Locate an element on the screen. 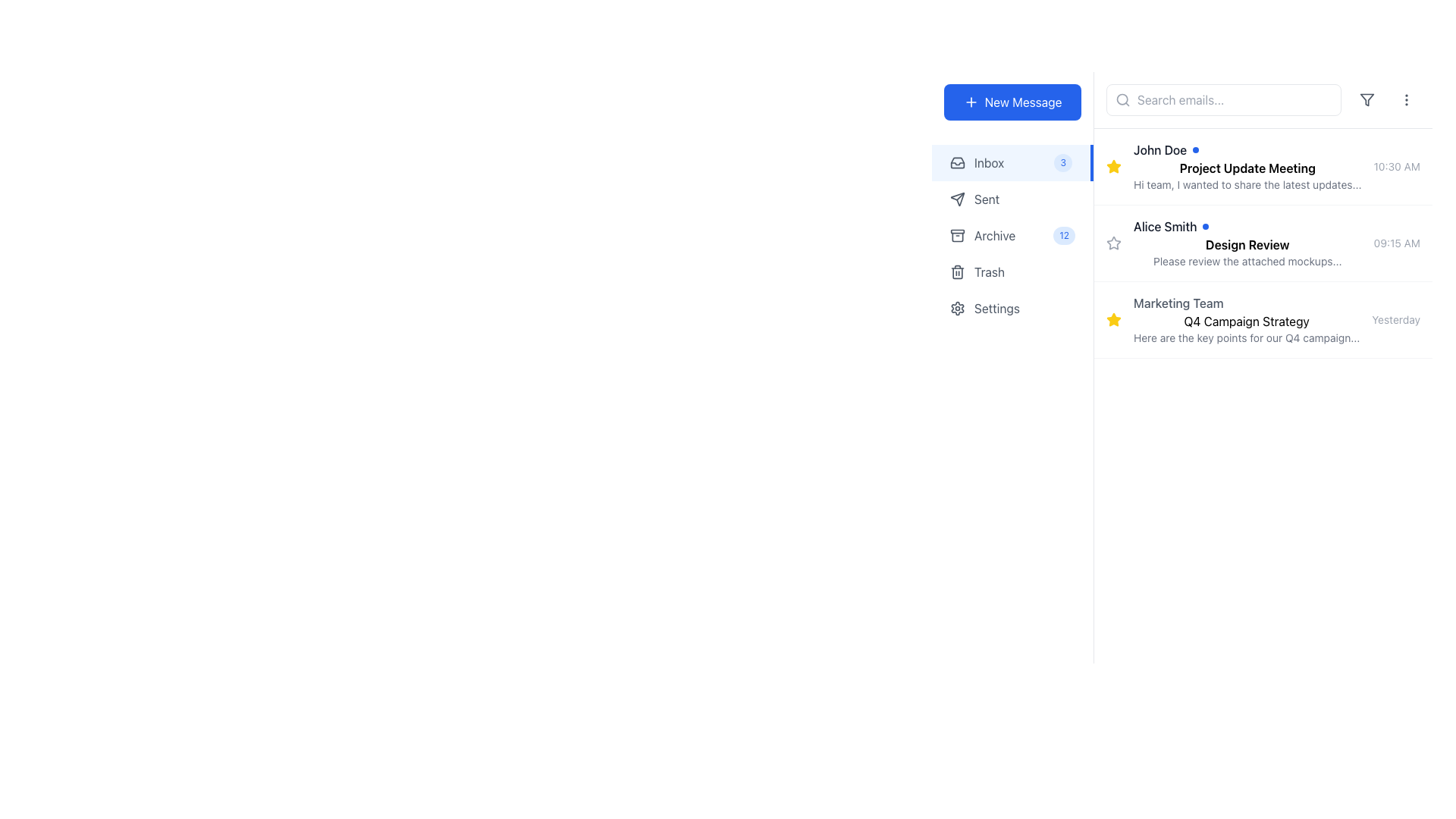 Image resolution: width=1456 pixels, height=819 pixels. the star-shaped icon located to the left of the 'Design Review' subject title in the second listing under the 'Inbox' section is located at coordinates (1113, 242).